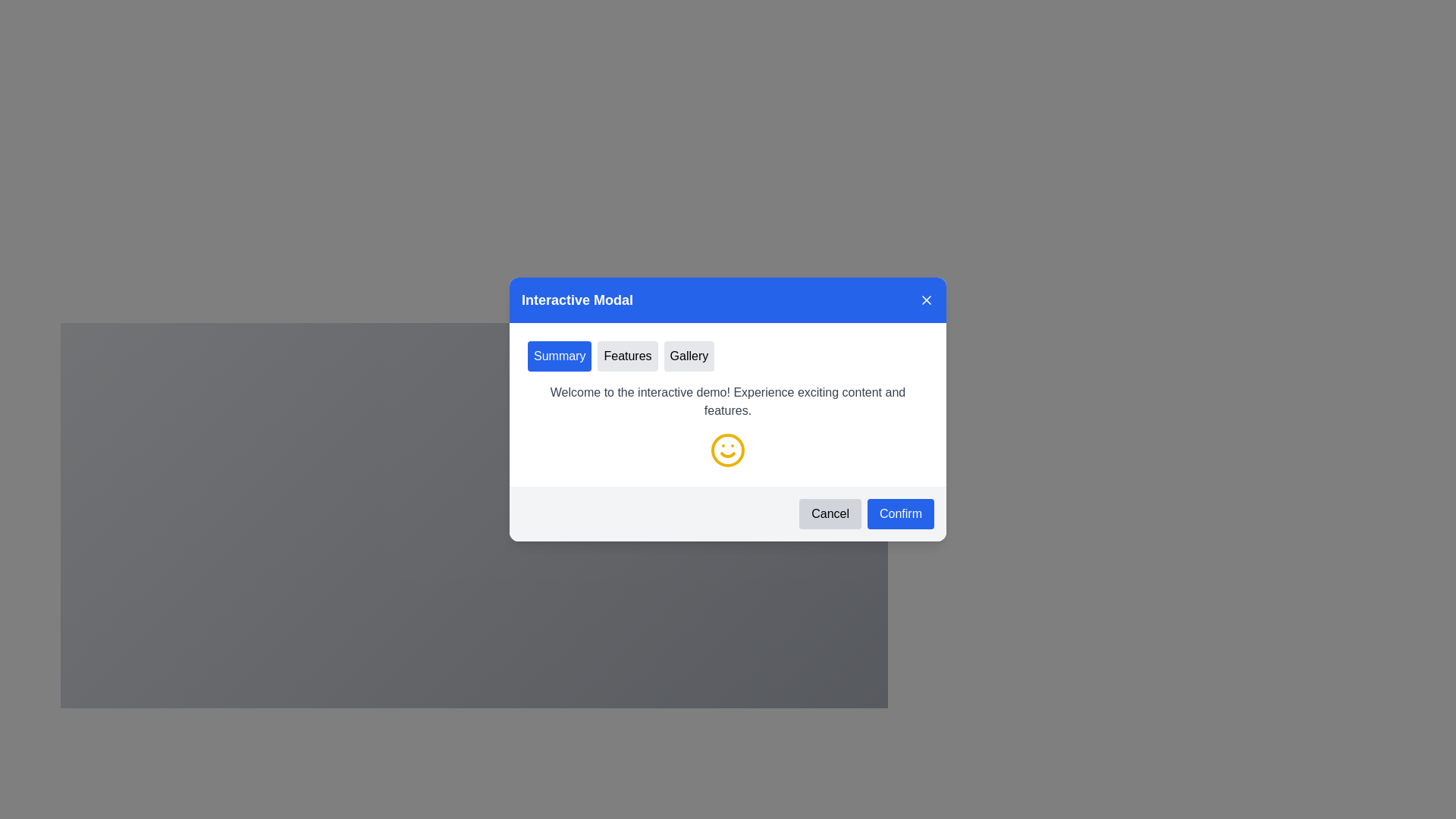 Image resolution: width=1456 pixels, height=819 pixels. Describe the element at coordinates (628, 356) in the screenshot. I see `the 'Features' button located between the 'Summary' button and the 'Gallery' button in the modal dialog` at that location.